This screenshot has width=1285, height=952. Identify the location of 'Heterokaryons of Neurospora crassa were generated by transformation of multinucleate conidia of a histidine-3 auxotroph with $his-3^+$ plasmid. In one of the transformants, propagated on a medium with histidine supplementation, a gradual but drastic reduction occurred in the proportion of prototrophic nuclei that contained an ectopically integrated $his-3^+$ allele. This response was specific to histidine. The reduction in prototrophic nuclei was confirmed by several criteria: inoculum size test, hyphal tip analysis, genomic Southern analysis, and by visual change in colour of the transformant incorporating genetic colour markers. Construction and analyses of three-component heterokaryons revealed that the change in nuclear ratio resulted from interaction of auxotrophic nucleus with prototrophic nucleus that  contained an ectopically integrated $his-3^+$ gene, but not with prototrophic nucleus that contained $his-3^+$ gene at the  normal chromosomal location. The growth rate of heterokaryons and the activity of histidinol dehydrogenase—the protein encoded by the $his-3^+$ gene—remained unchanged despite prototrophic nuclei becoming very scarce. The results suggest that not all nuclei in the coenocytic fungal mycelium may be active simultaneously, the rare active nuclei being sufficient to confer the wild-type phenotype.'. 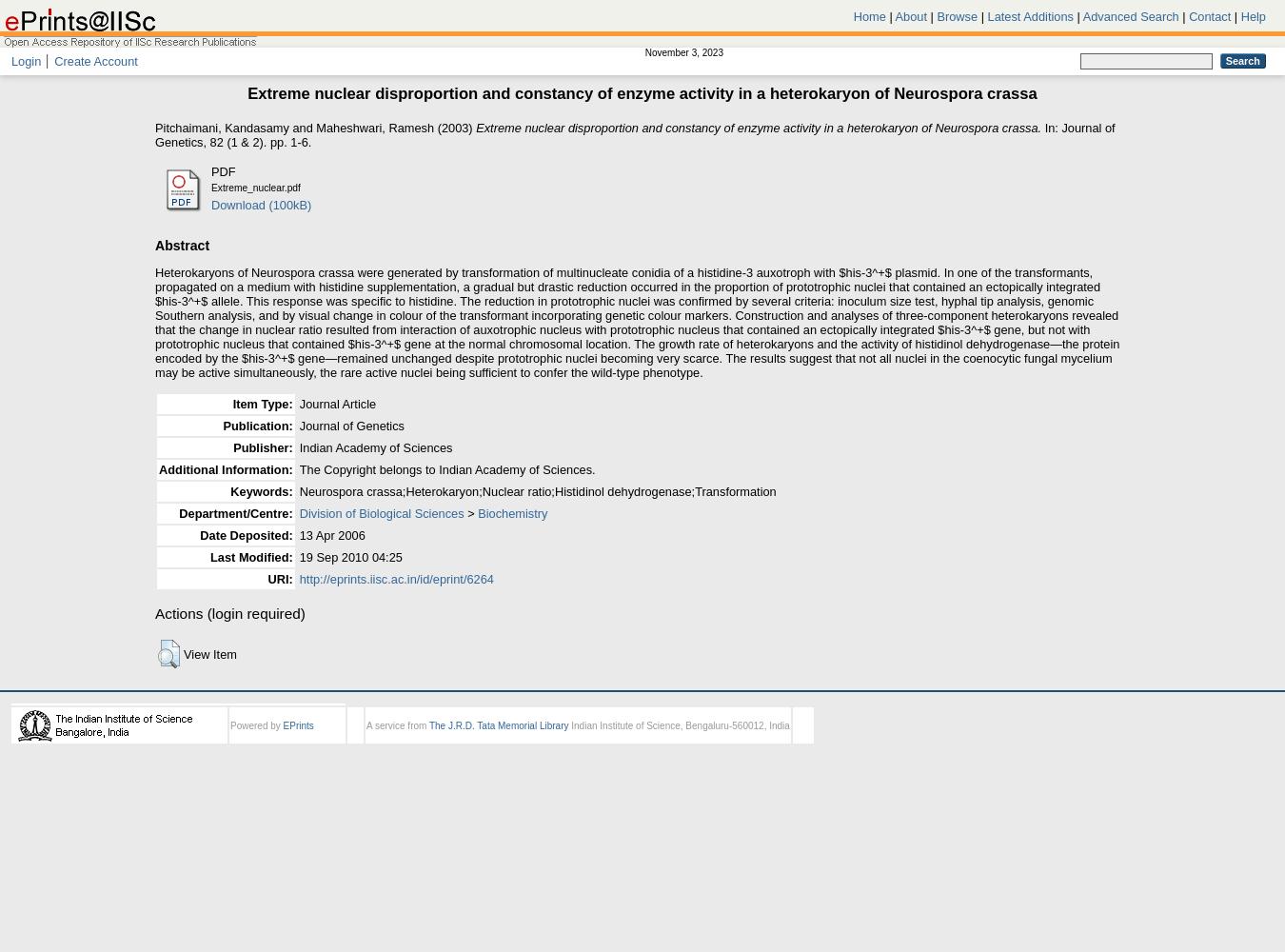
(637, 321).